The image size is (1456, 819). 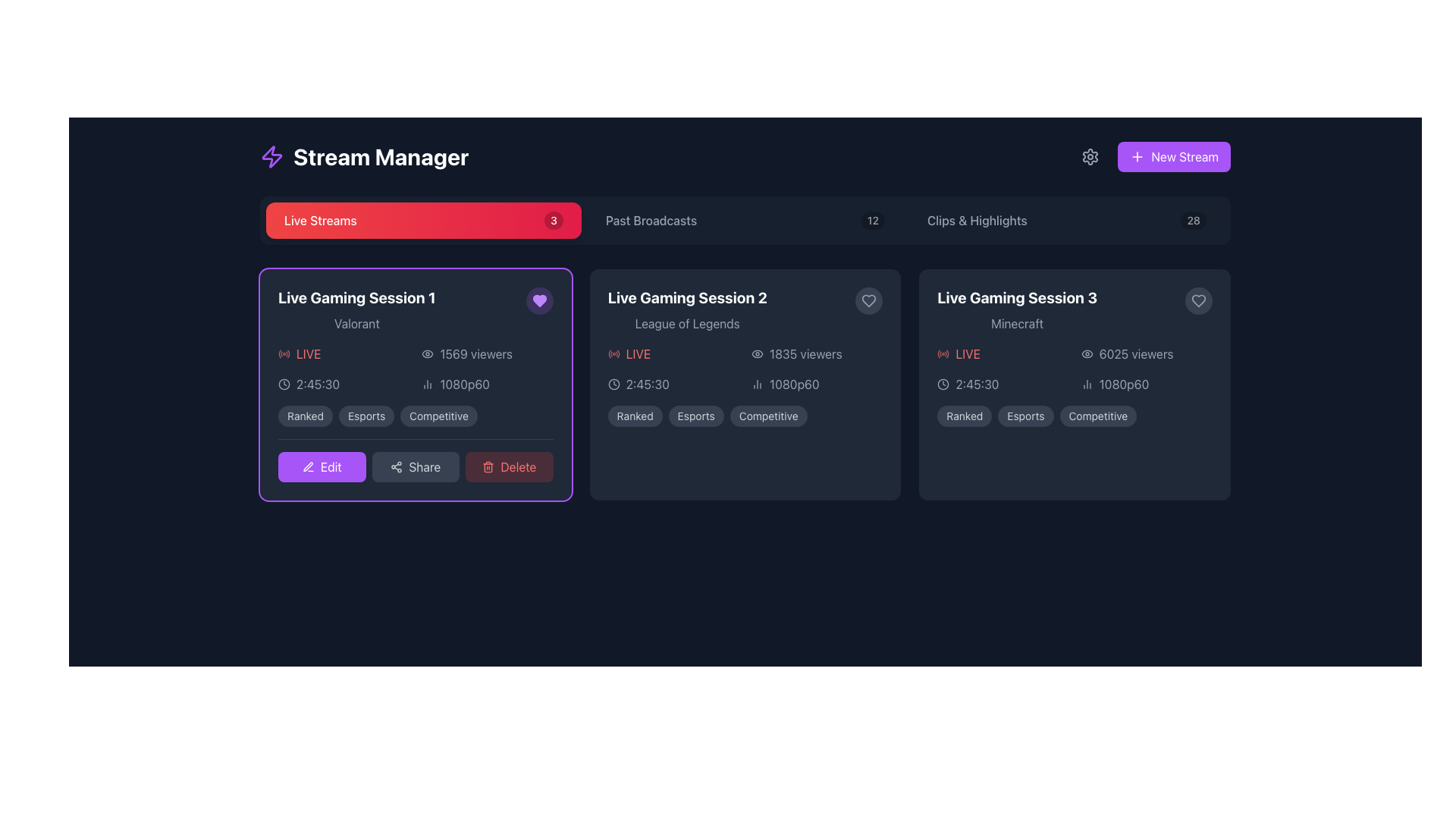 I want to click on informative text displaying the number of viewers, which shows '6025 viewers' and is located to the right of an eye icon in the card for 'Live Gaming Session 3', so click(x=1136, y=353).